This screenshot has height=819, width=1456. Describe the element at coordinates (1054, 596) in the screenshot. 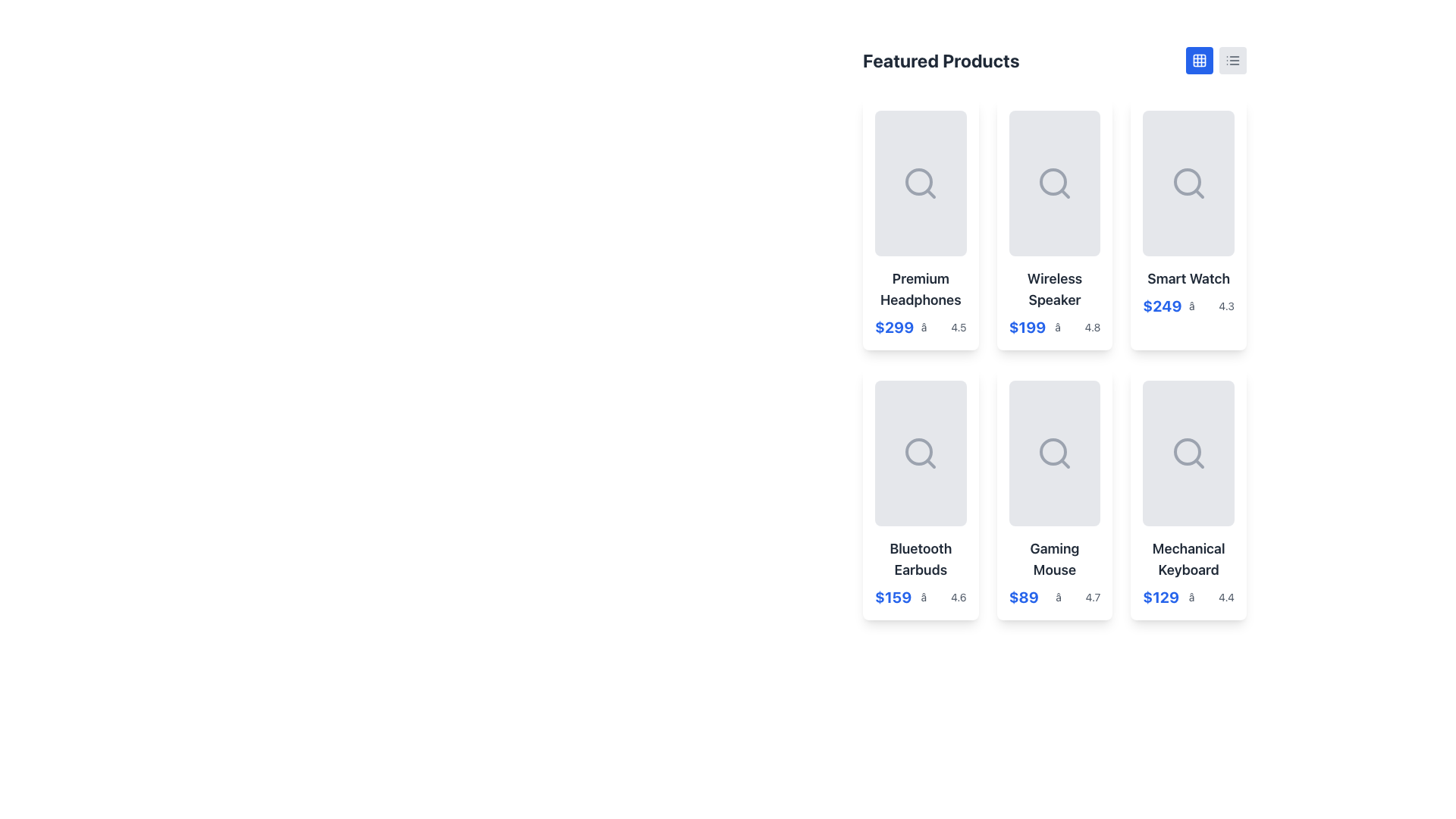

I see `text content of the price and rating label located below the 'Gaming Mouse' label in the 'Featured Products' section` at that location.